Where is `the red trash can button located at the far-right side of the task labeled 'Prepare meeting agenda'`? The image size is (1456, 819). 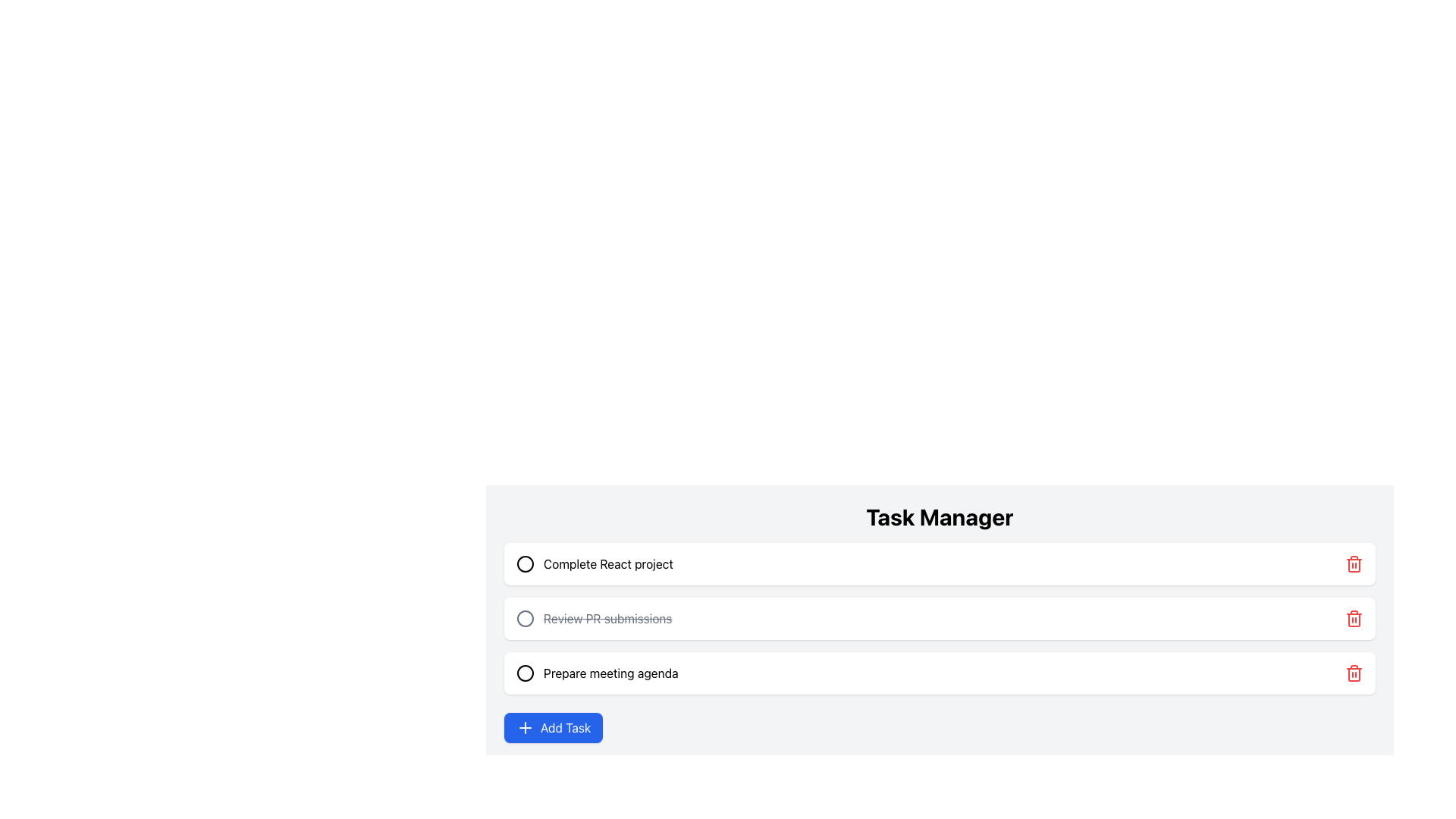 the red trash can button located at the far-right side of the task labeled 'Prepare meeting agenda' is located at coordinates (1354, 672).